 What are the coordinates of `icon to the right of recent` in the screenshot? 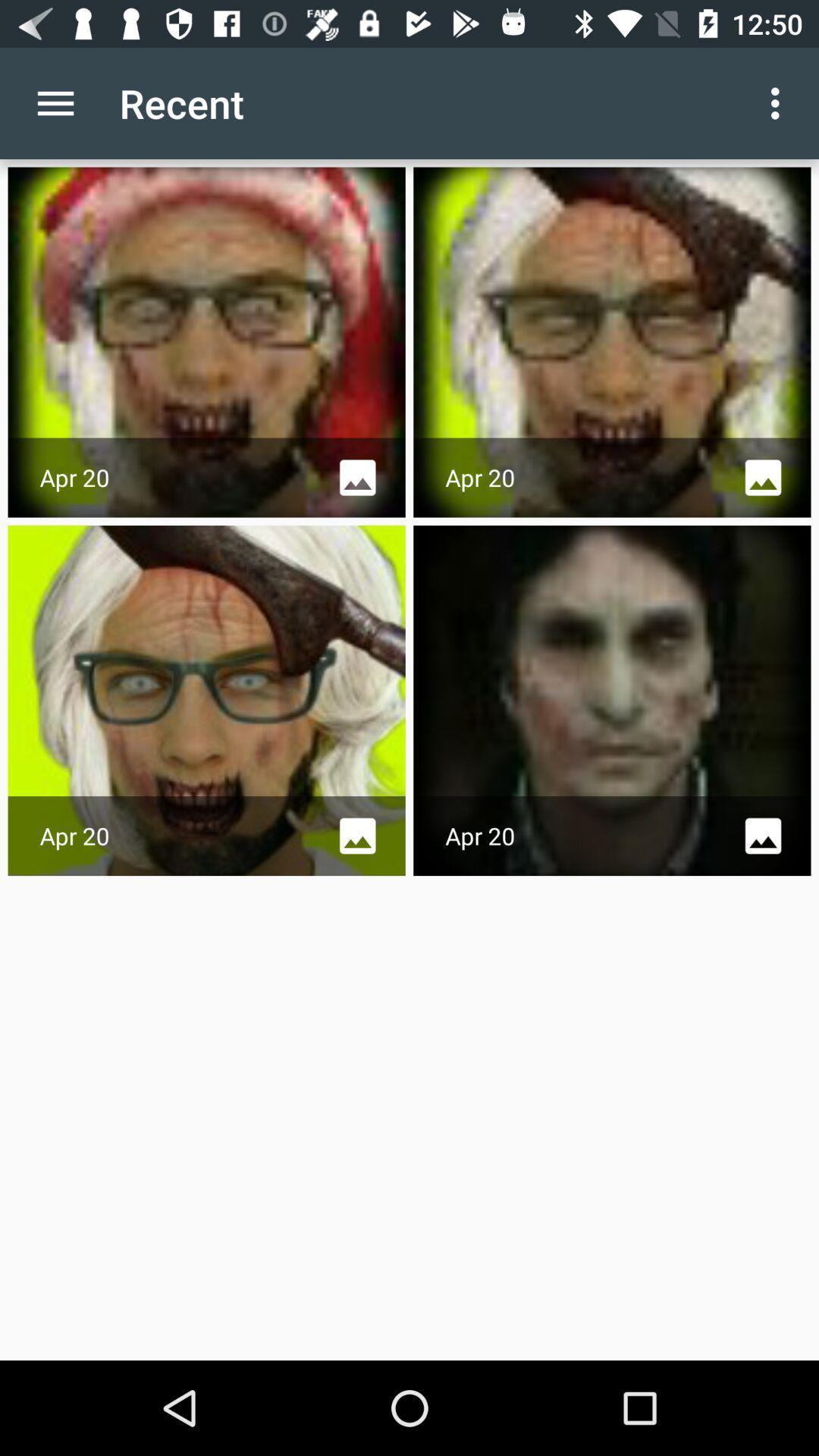 It's located at (779, 102).